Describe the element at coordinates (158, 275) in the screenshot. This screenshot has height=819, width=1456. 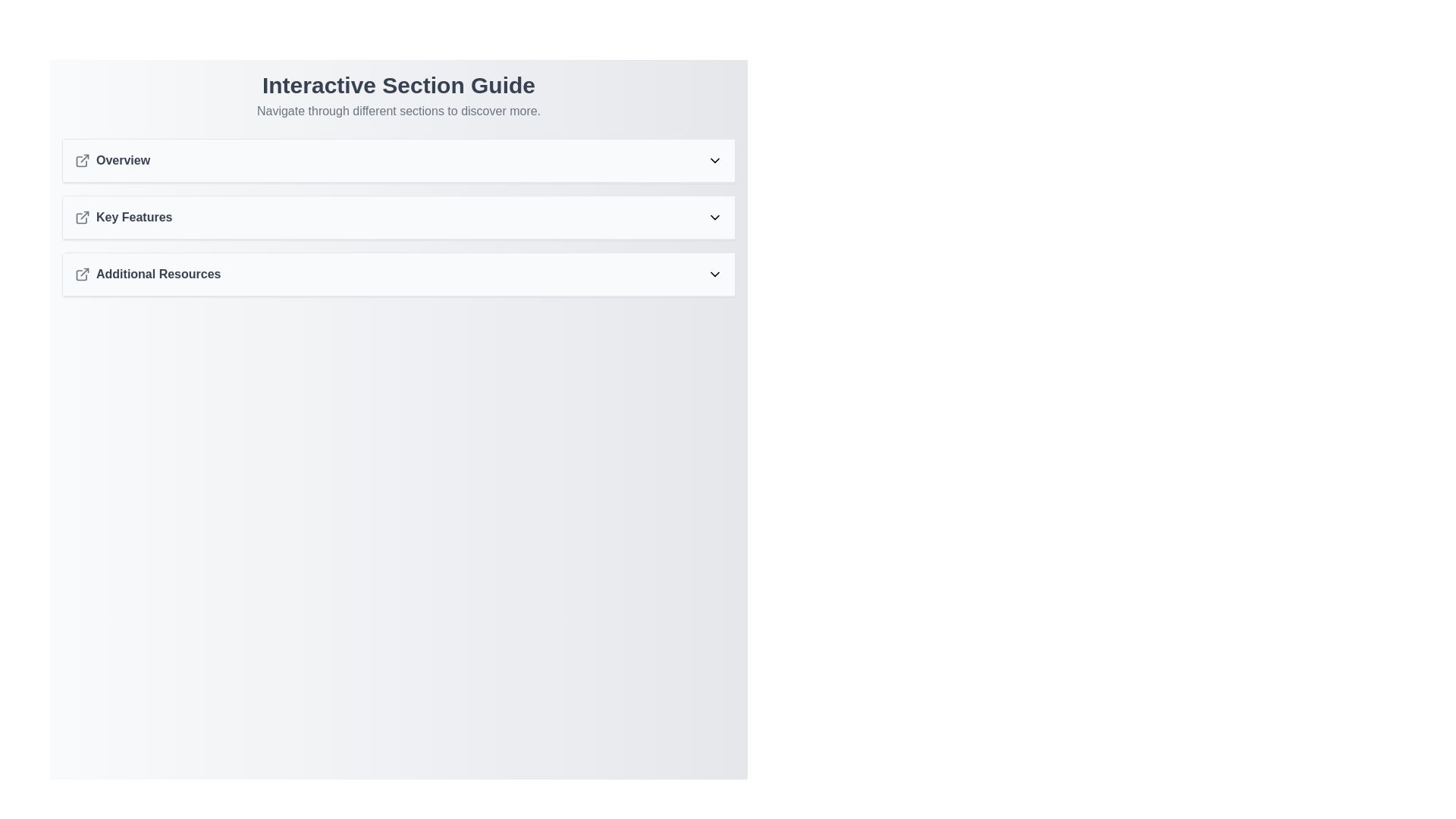
I see `the text label that serves as a title for a clickable section, positioned as the third item in a vertical list below 'Key Features'` at that location.